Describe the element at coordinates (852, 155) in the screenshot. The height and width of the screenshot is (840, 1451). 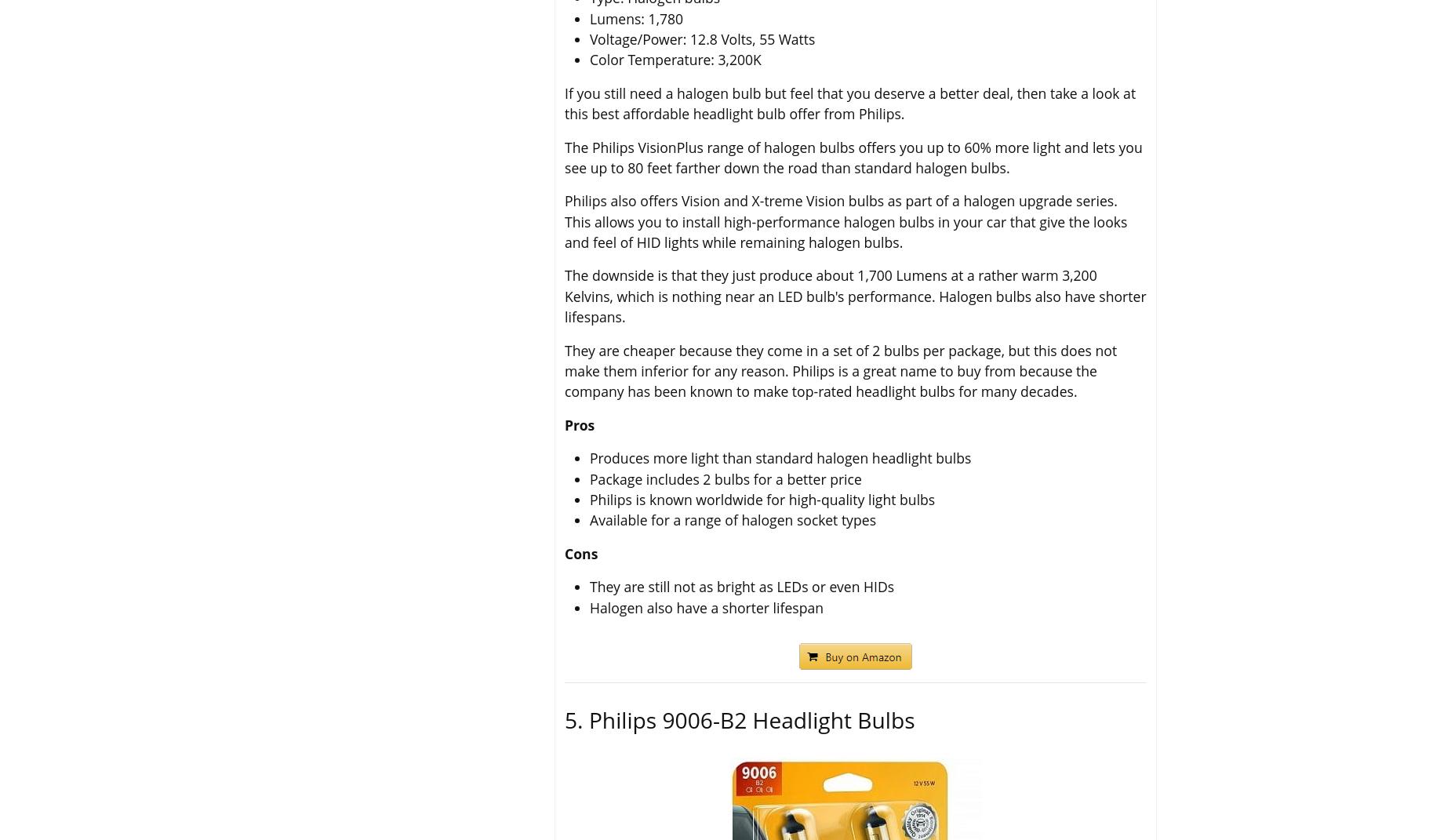
I see `'The Philips VisionPlus range of halogen bulbs offers you up to 60% more light and lets you see up to 80 feet farther down the road than standard halogen bulbs.'` at that location.